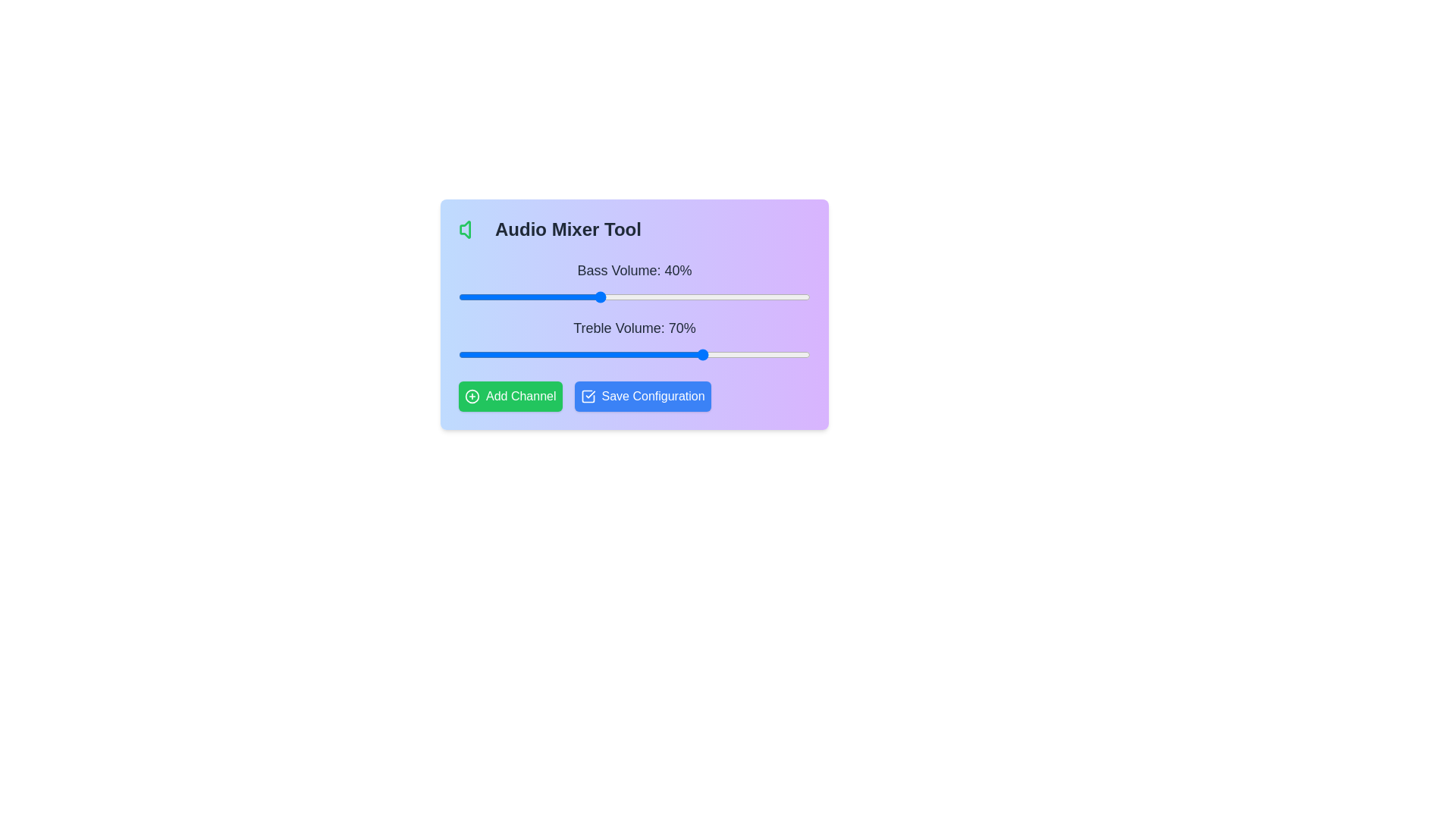 This screenshot has width=1456, height=819. Describe the element at coordinates (634, 354) in the screenshot. I see `and drag the blue horizontal range slider labeled 'Treble Volume: 70%' to adjust the value` at that location.